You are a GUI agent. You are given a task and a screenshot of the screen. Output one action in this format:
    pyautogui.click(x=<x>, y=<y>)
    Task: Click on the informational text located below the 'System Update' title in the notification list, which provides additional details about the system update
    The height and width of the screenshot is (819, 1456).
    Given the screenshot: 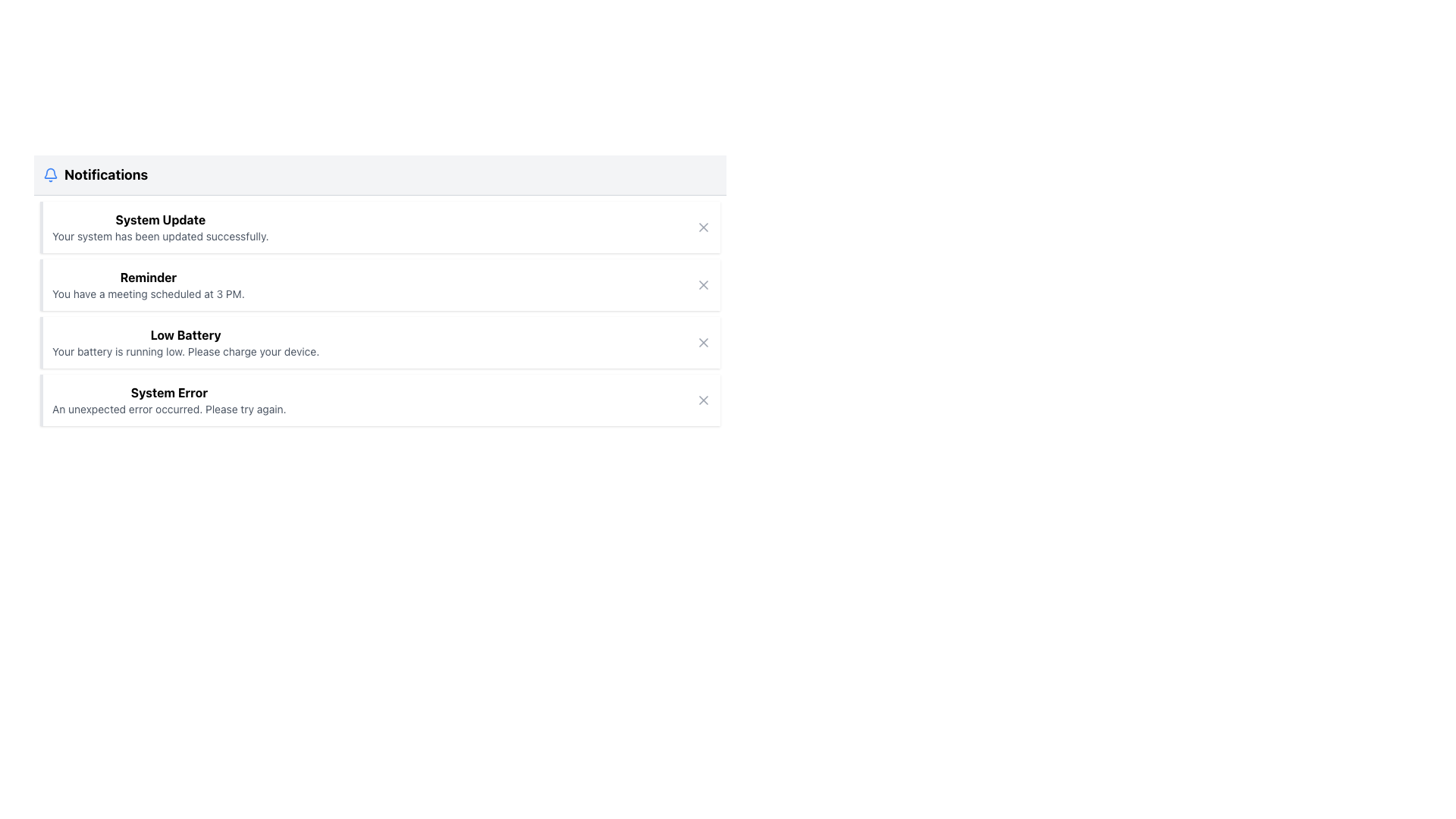 What is the action you would take?
    pyautogui.click(x=160, y=237)
    